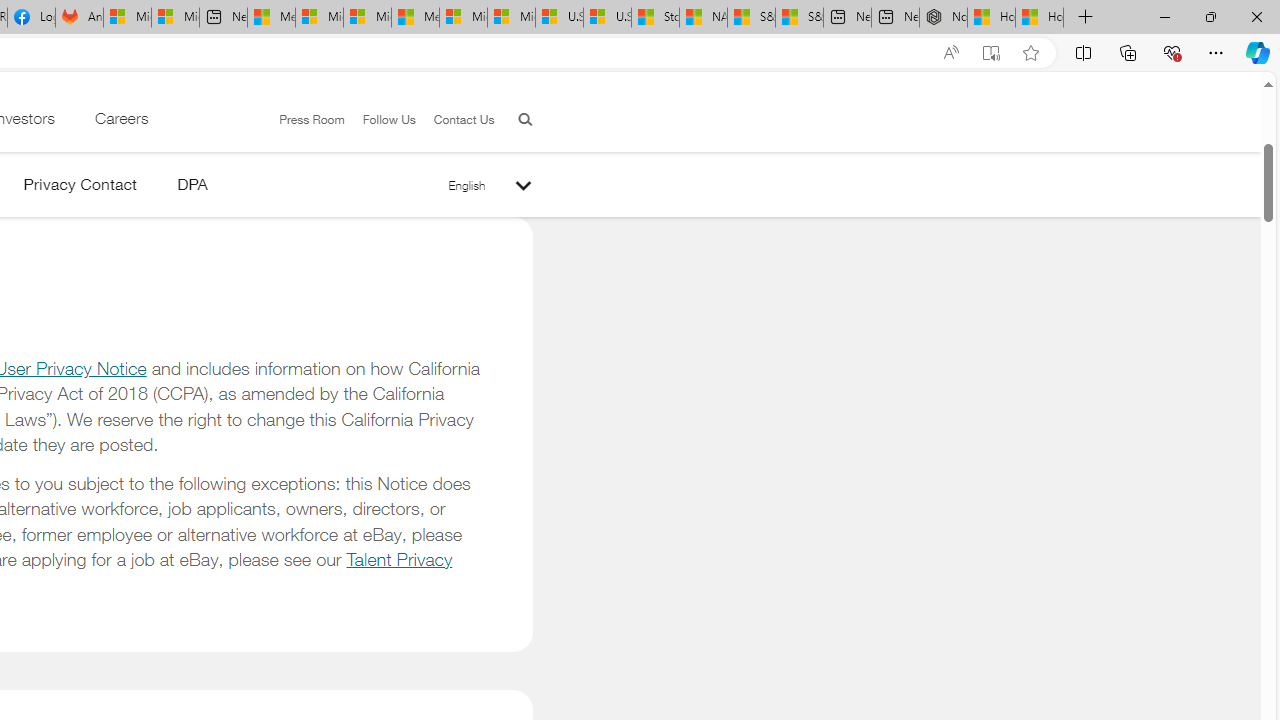  I want to click on 'How to Use a Monitor With Your Closed Laptop', so click(1040, 17).